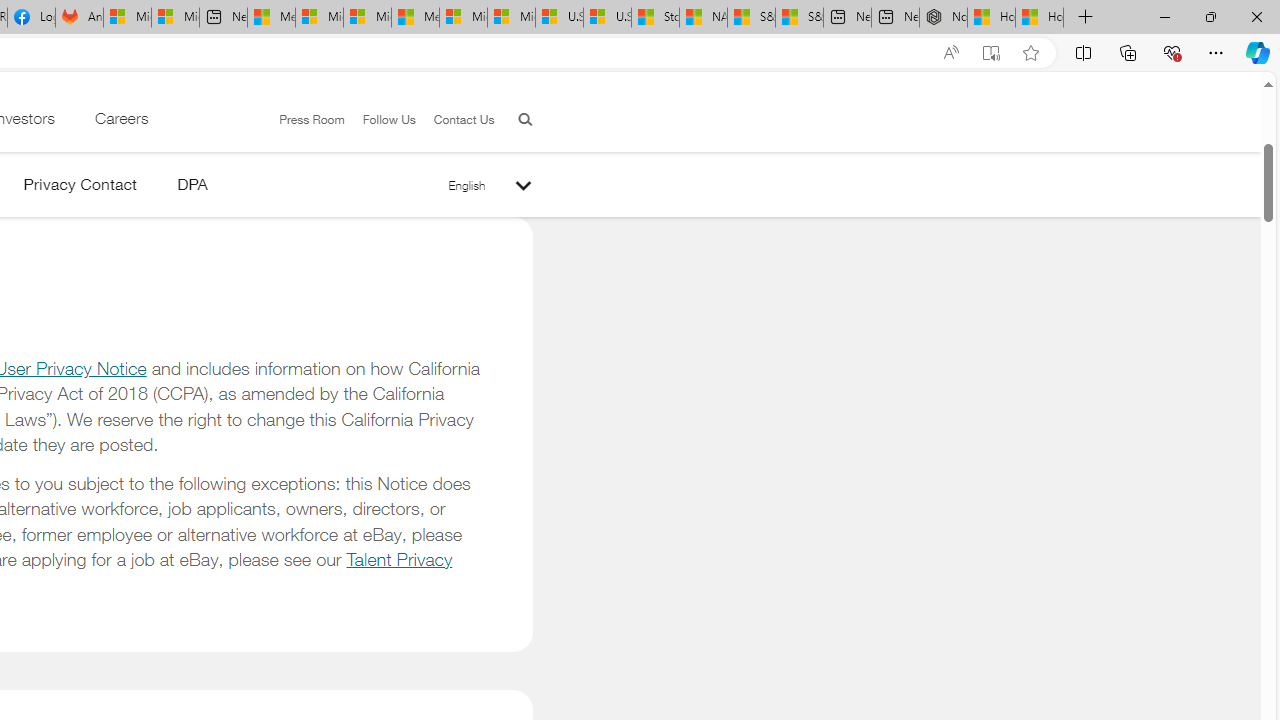  I want to click on 'How to Use a Monitor With Your Closed Laptop', so click(1040, 17).